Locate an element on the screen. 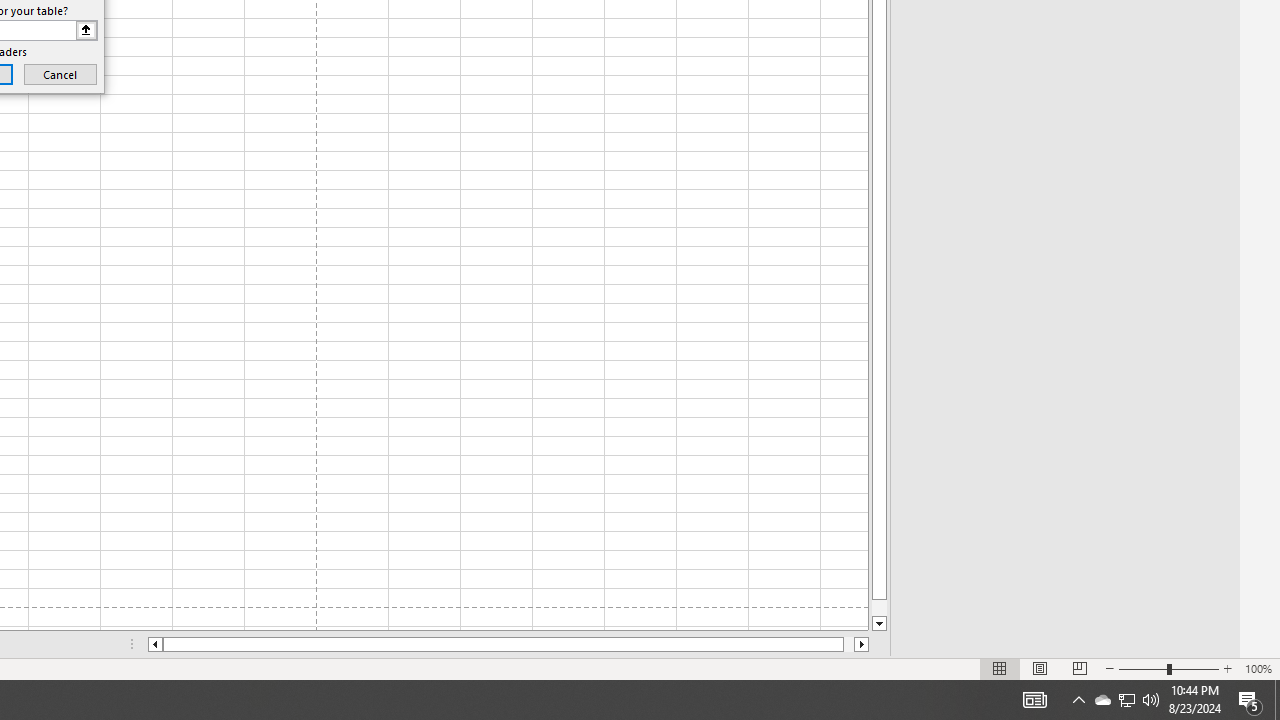 The height and width of the screenshot is (720, 1280). 'Zoom' is located at coordinates (1168, 669).